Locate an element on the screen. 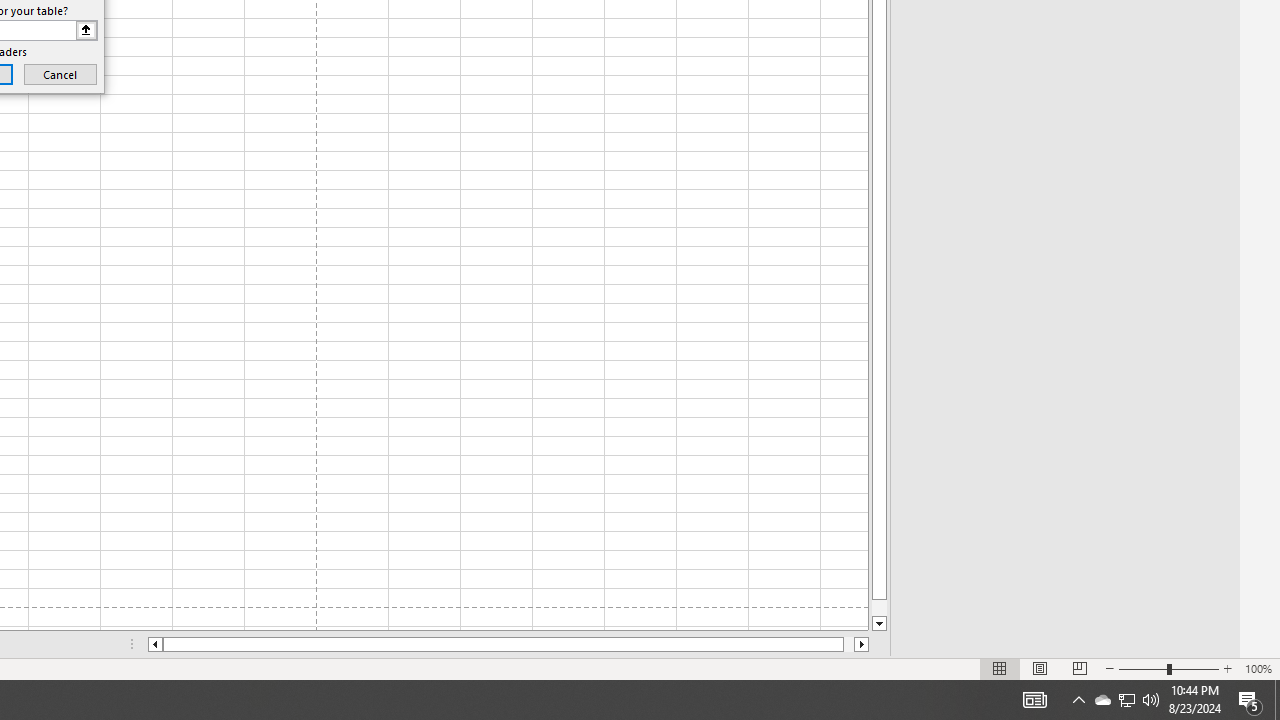 The height and width of the screenshot is (720, 1280). 'Zoom' is located at coordinates (1168, 669).